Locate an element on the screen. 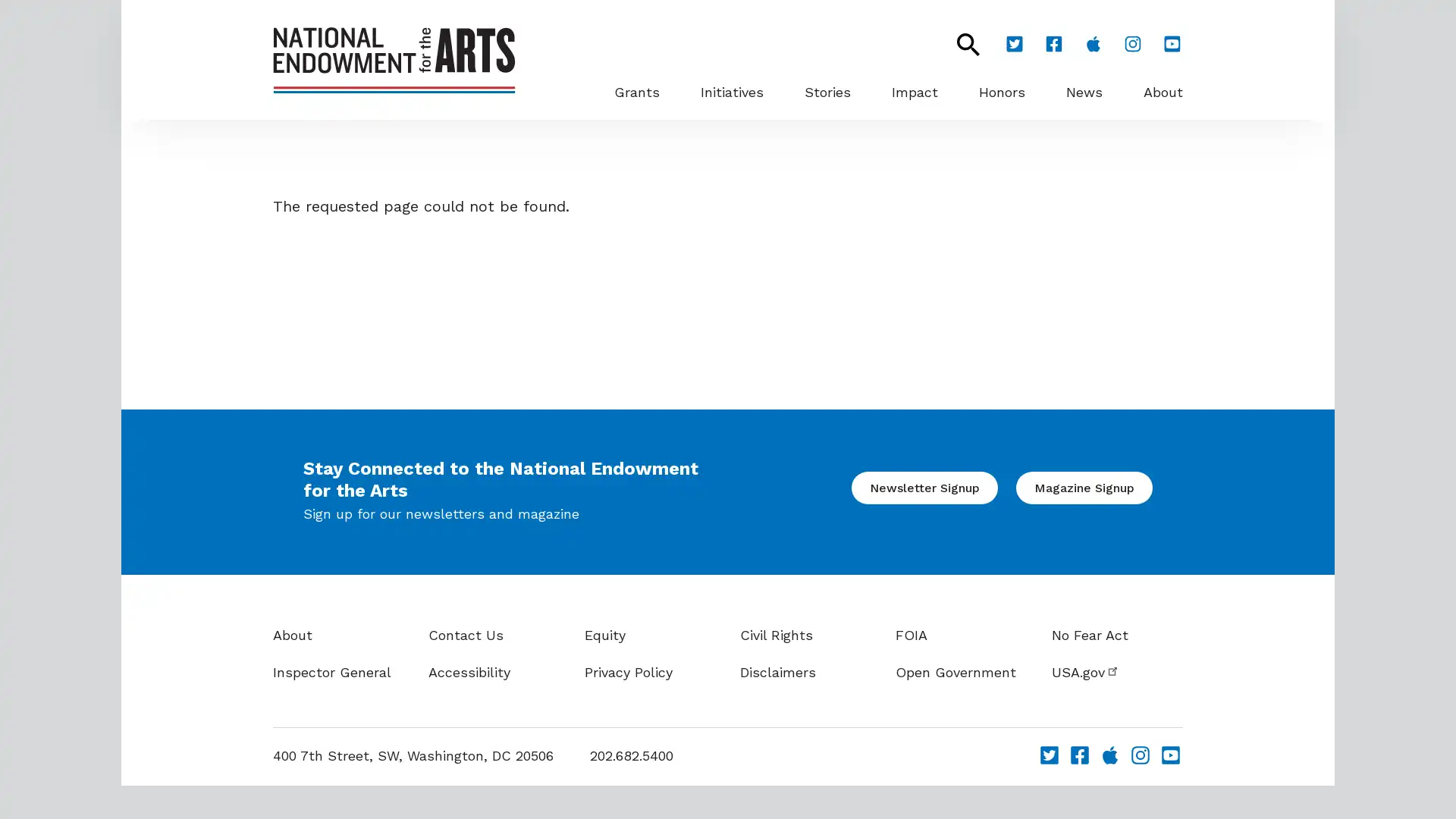  Close Search is located at coordinates (959, 43).